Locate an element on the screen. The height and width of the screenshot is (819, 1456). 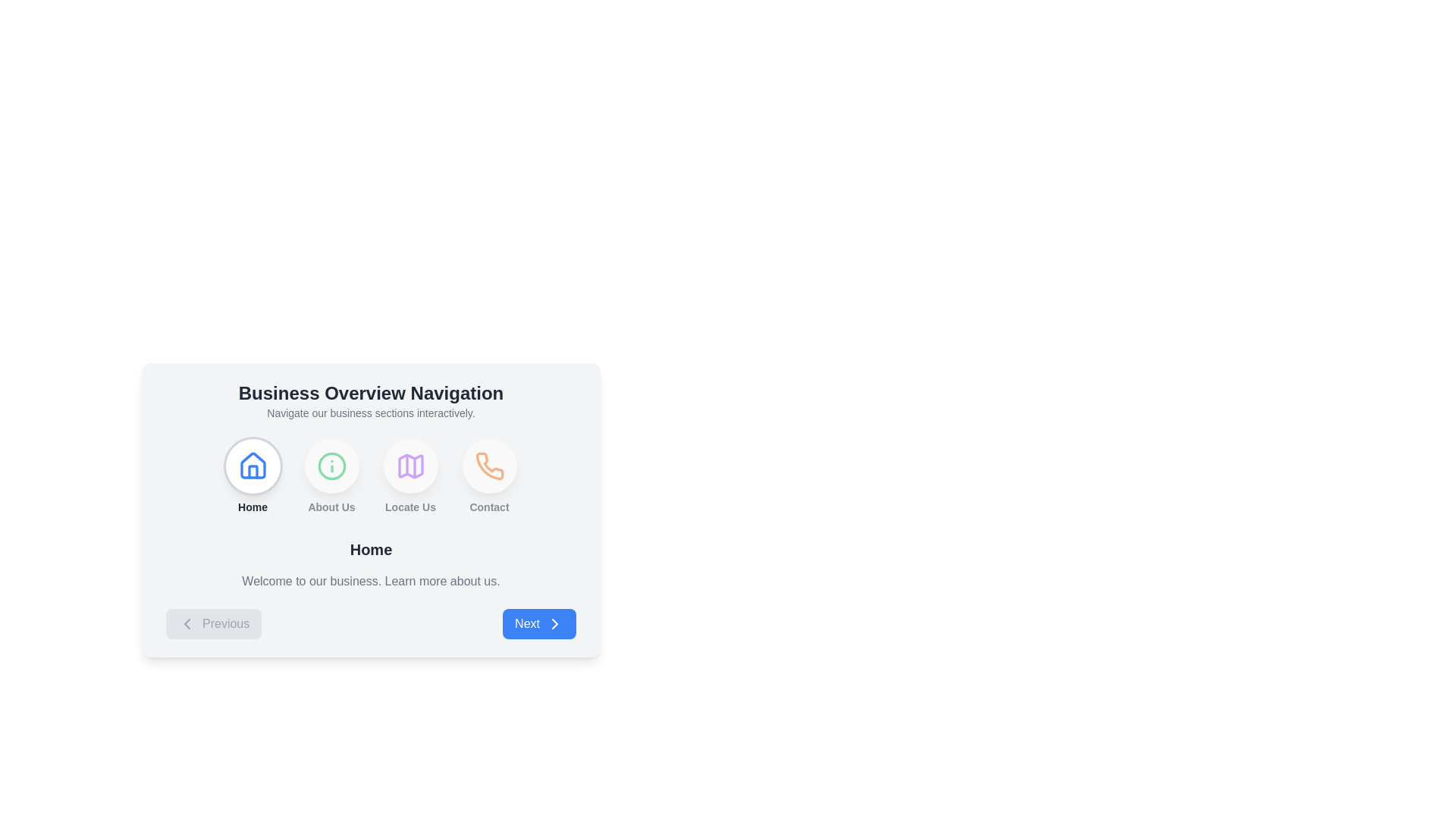
the Icon located at the right end of the 'Next' button in the bottom-right corner of the card layout is located at coordinates (554, 623).